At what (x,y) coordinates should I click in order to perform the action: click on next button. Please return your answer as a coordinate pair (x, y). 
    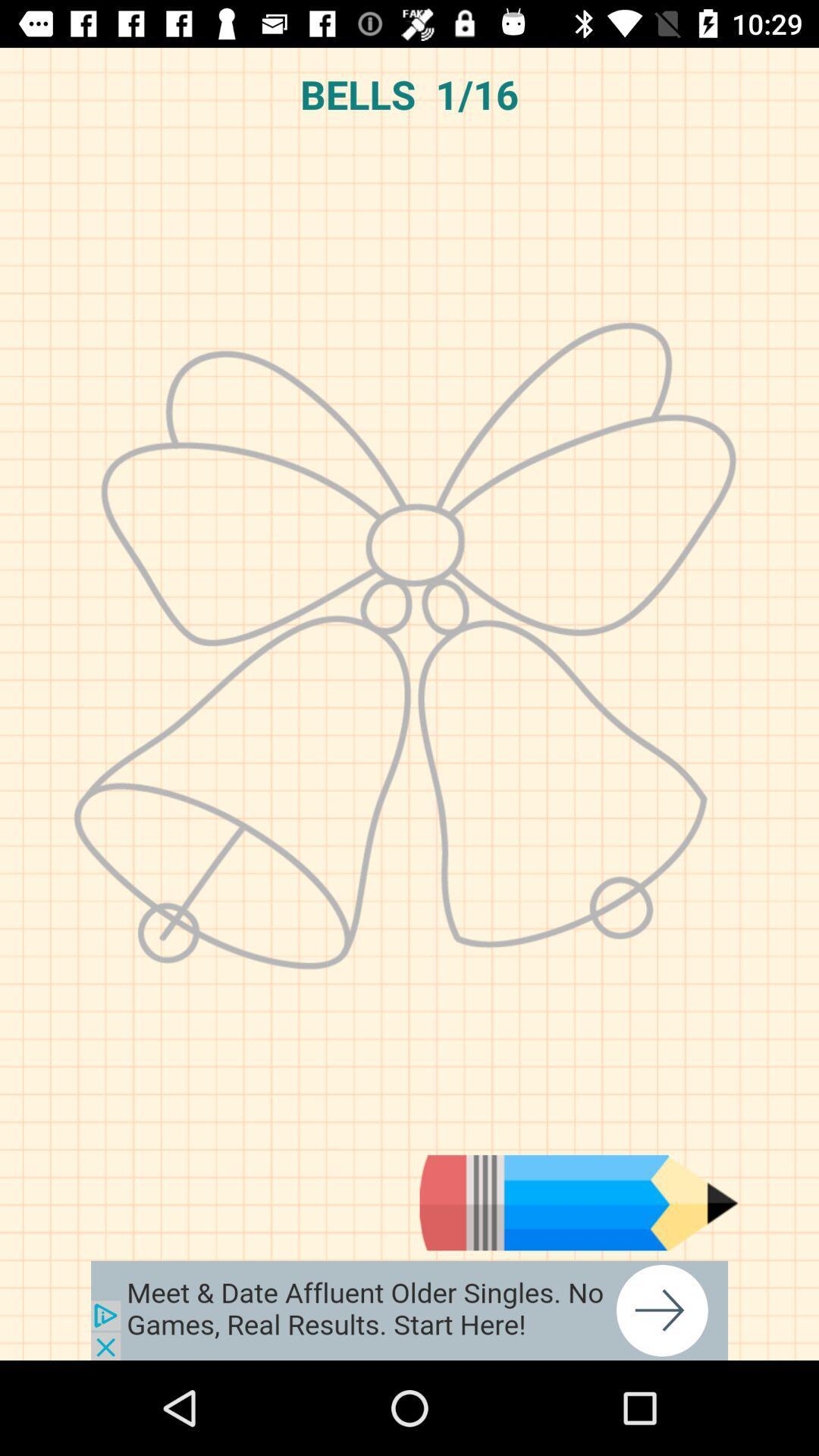
    Looking at the image, I should click on (409, 1310).